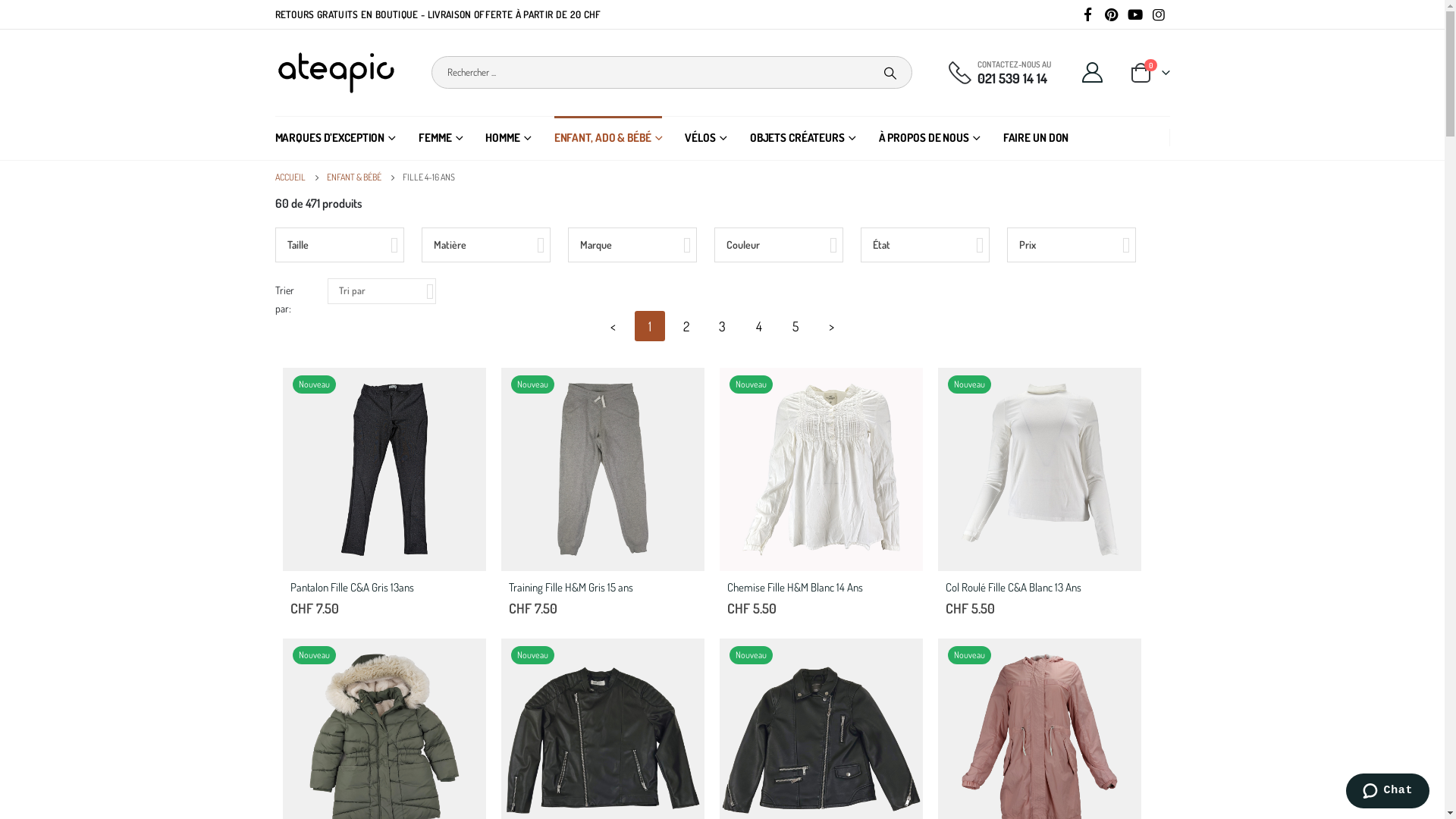  What do you see at coordinates (1125, 14) in the screenshot?
I see `'Youtube'` at bounding box center [1125, 14].